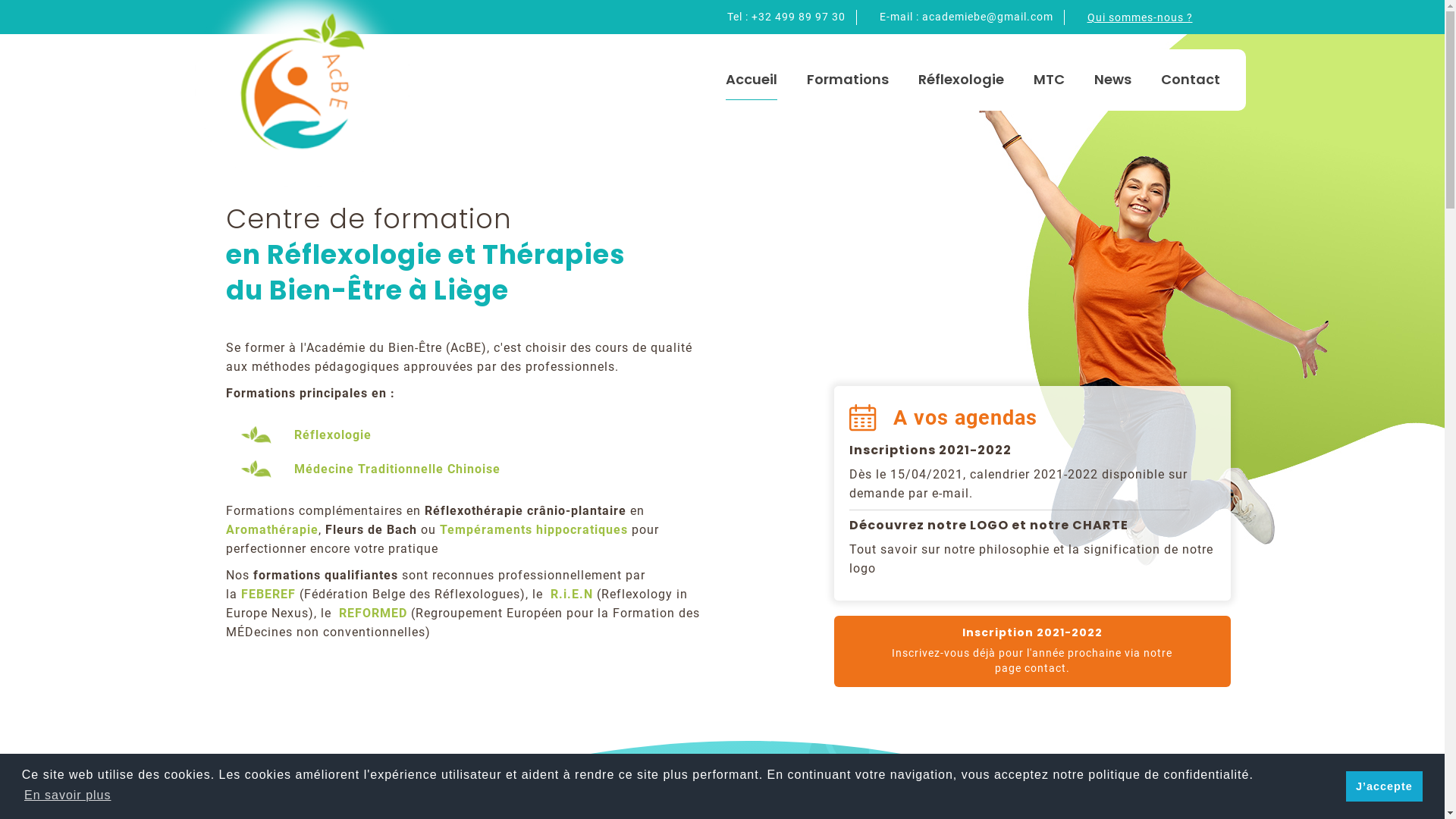 The image size is (1456, 819). I want to click on 'Inscriptions 2021-2022', so click(848, 449).